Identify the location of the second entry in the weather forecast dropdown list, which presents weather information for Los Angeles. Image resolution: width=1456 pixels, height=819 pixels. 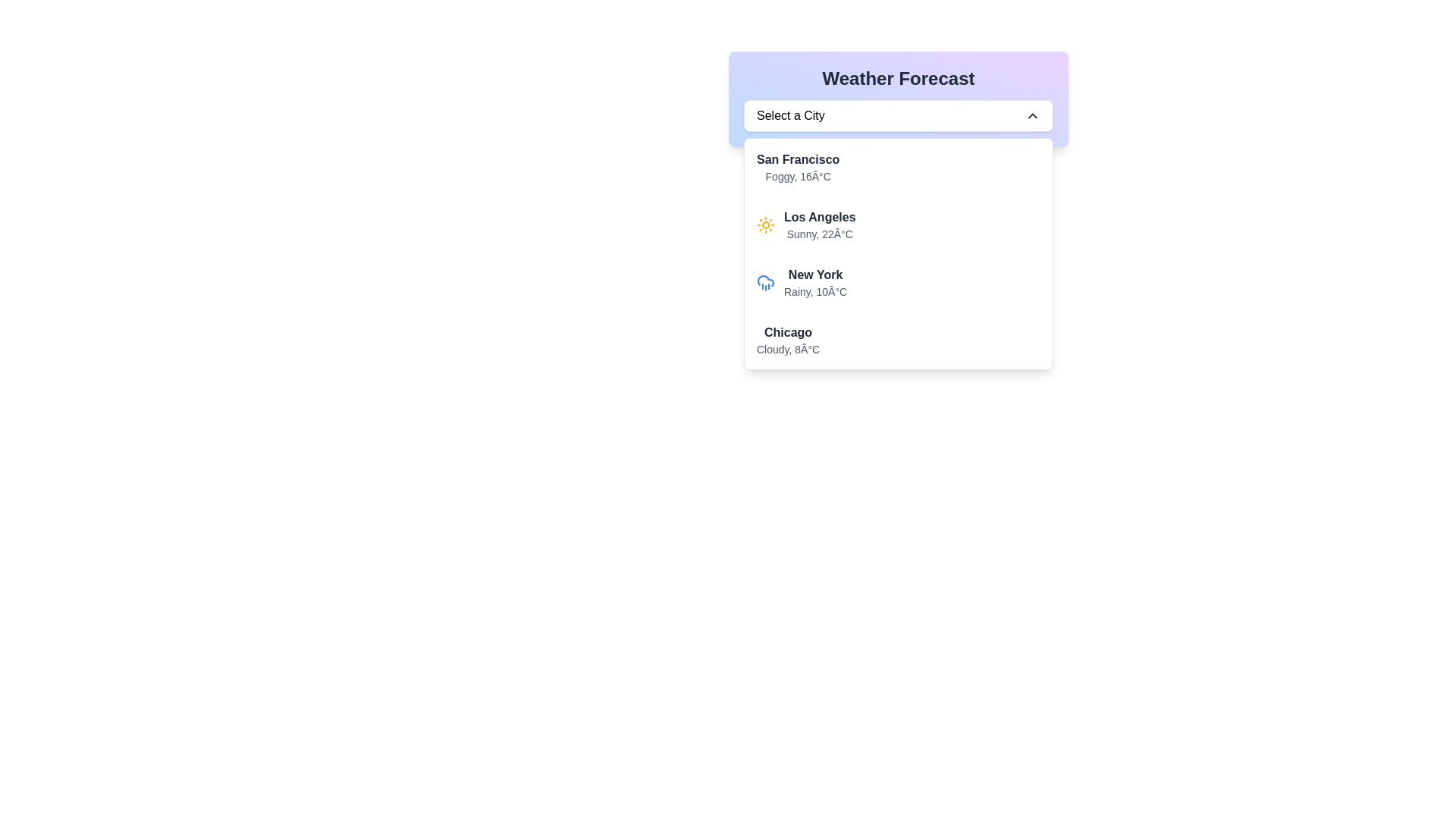
(899, 225).